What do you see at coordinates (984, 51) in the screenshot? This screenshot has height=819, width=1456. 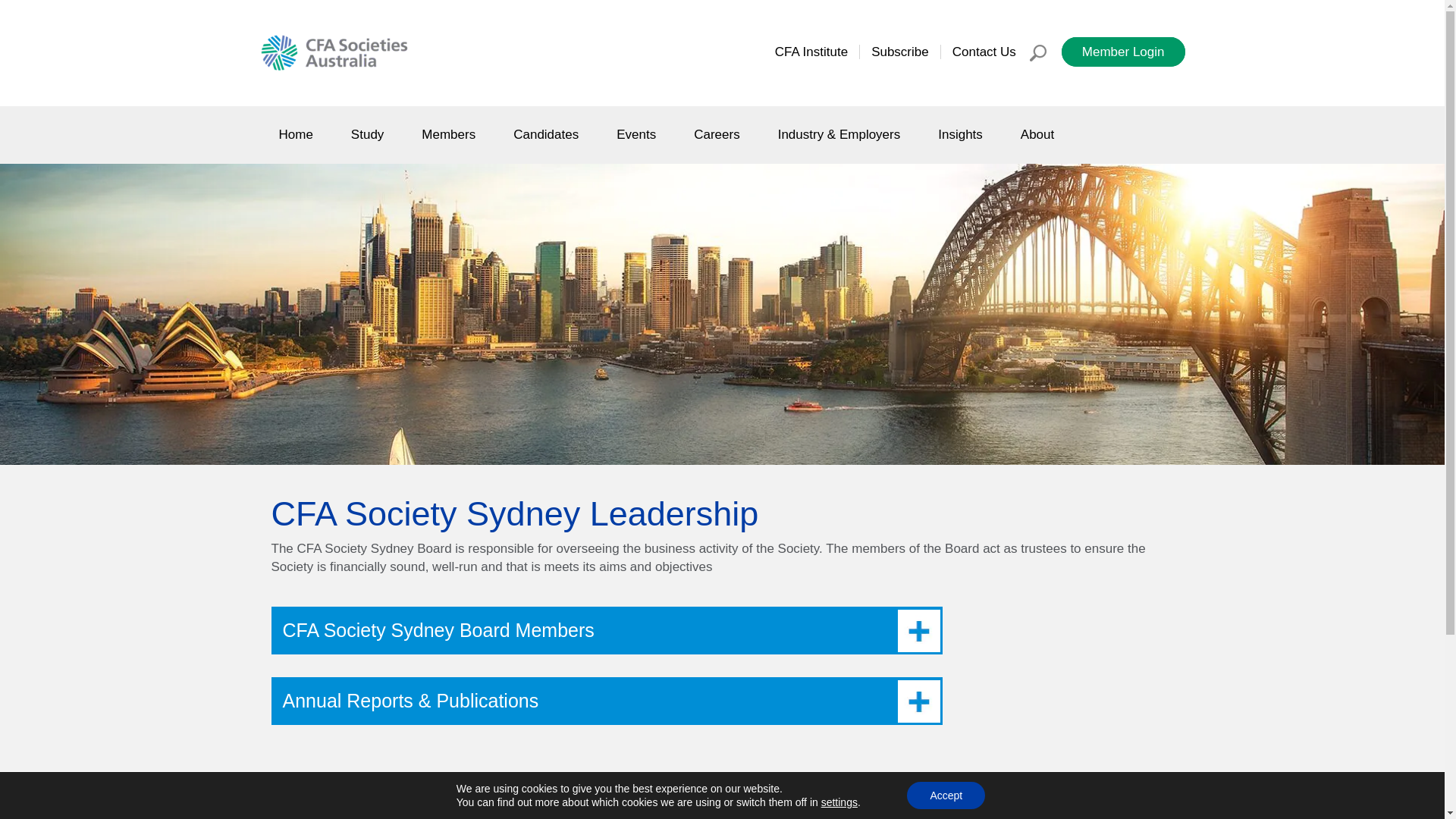 I see `'Contact Us'` at bounding box center [984, 51].